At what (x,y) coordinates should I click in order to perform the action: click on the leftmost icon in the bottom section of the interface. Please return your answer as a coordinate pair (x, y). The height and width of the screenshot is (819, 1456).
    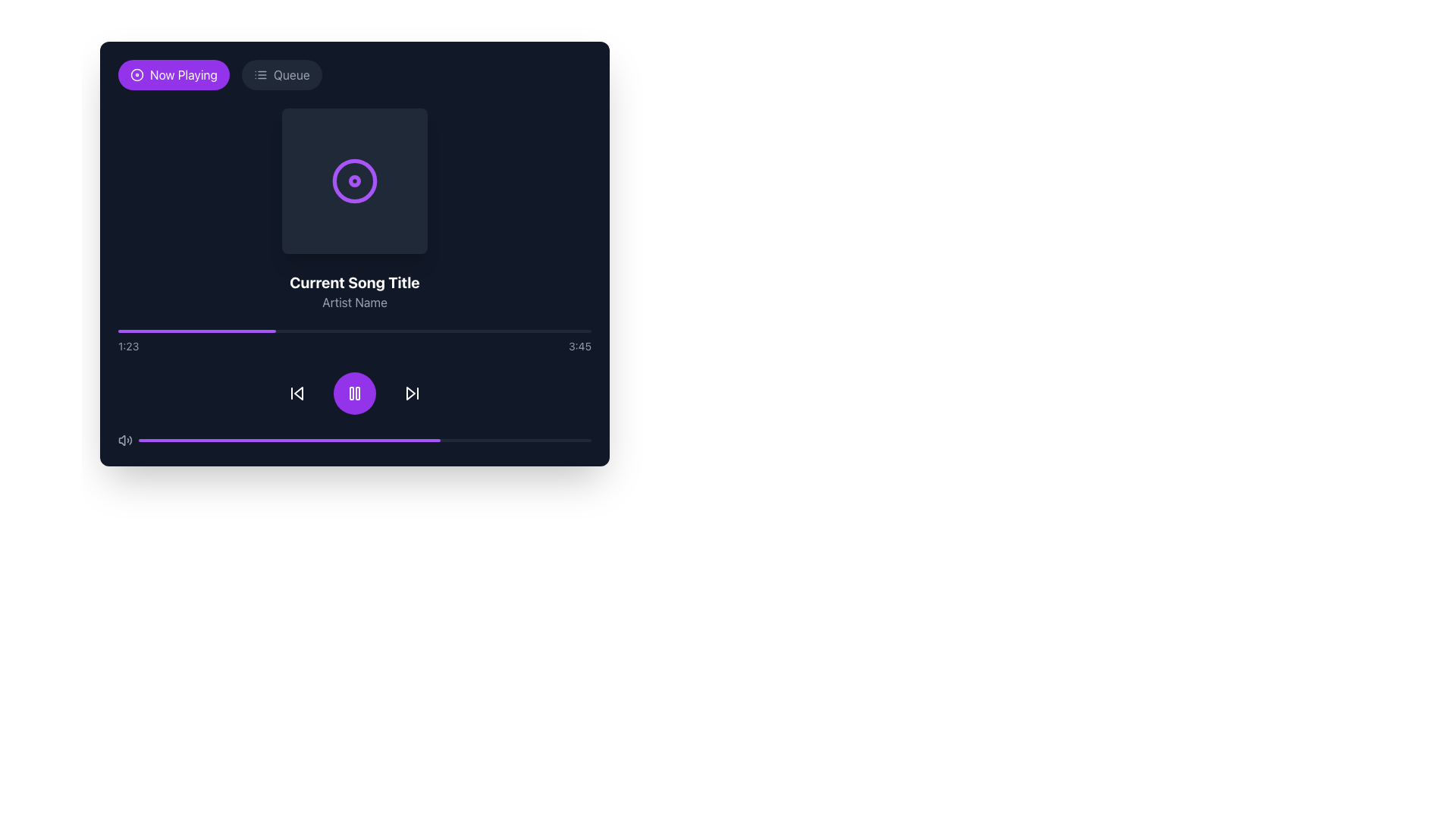
    Looking at the image, I should click on (125, 441).